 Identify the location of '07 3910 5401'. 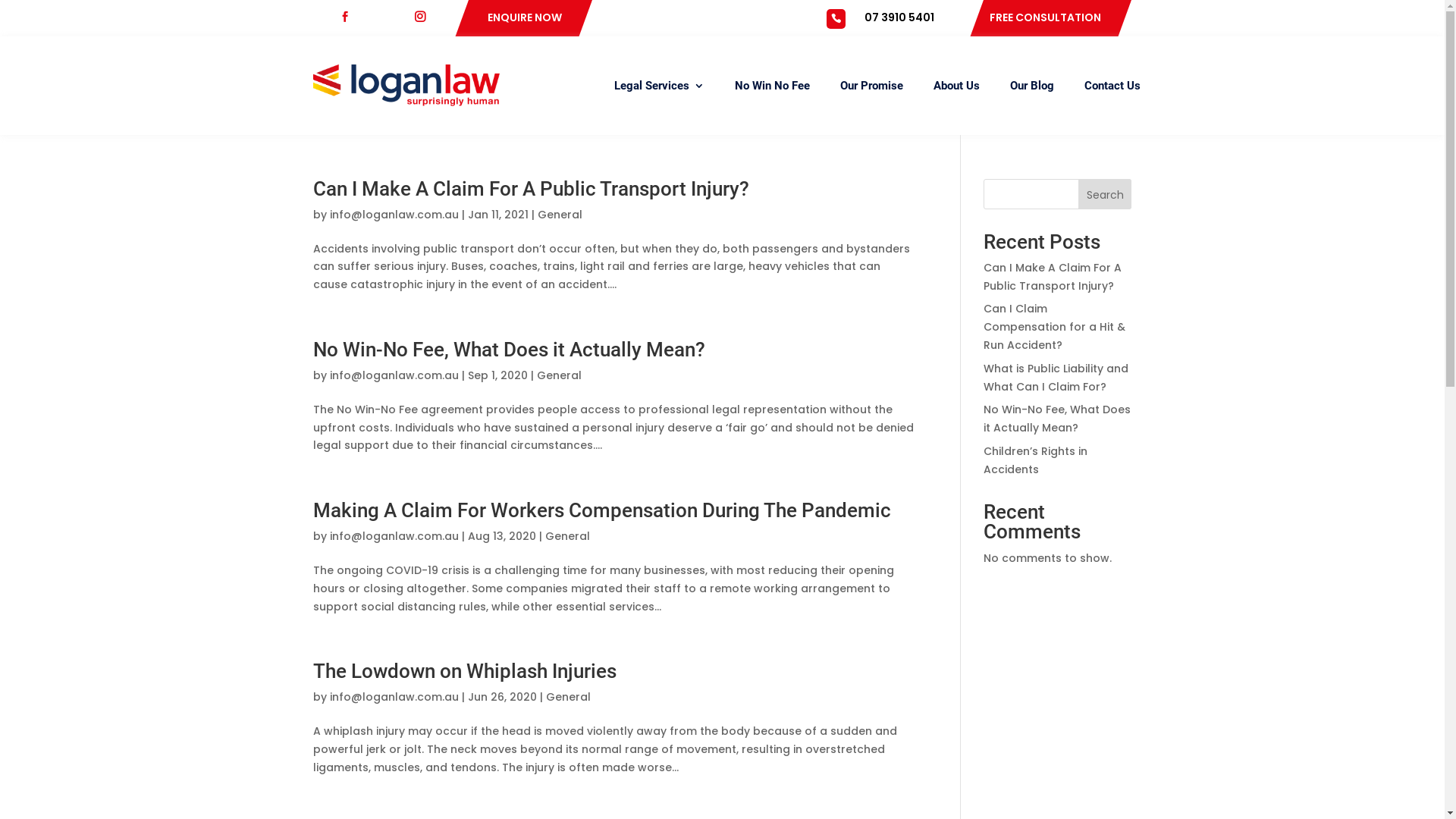
(899, 17).